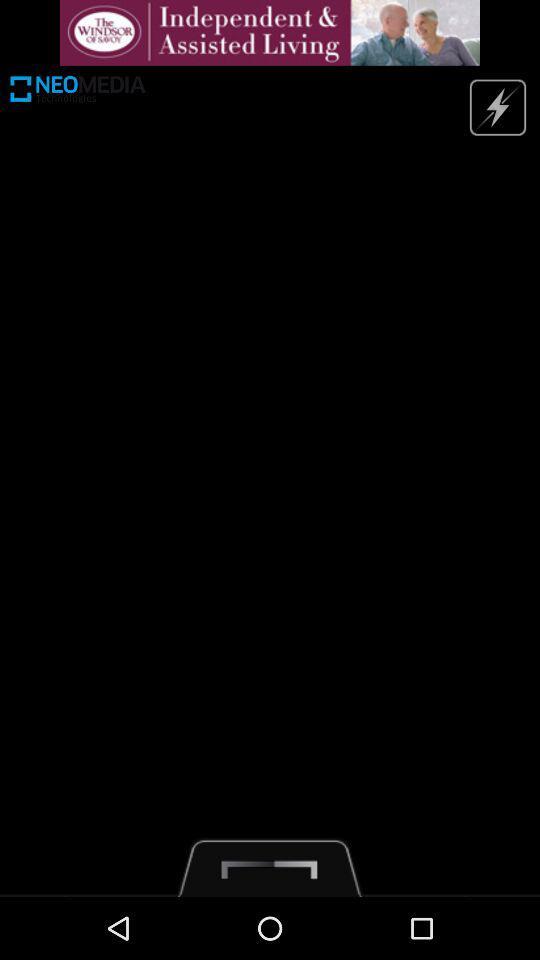  Describe the element at coordinates (270, 31) in the screenshot. I see `click top advertisement` at that location.